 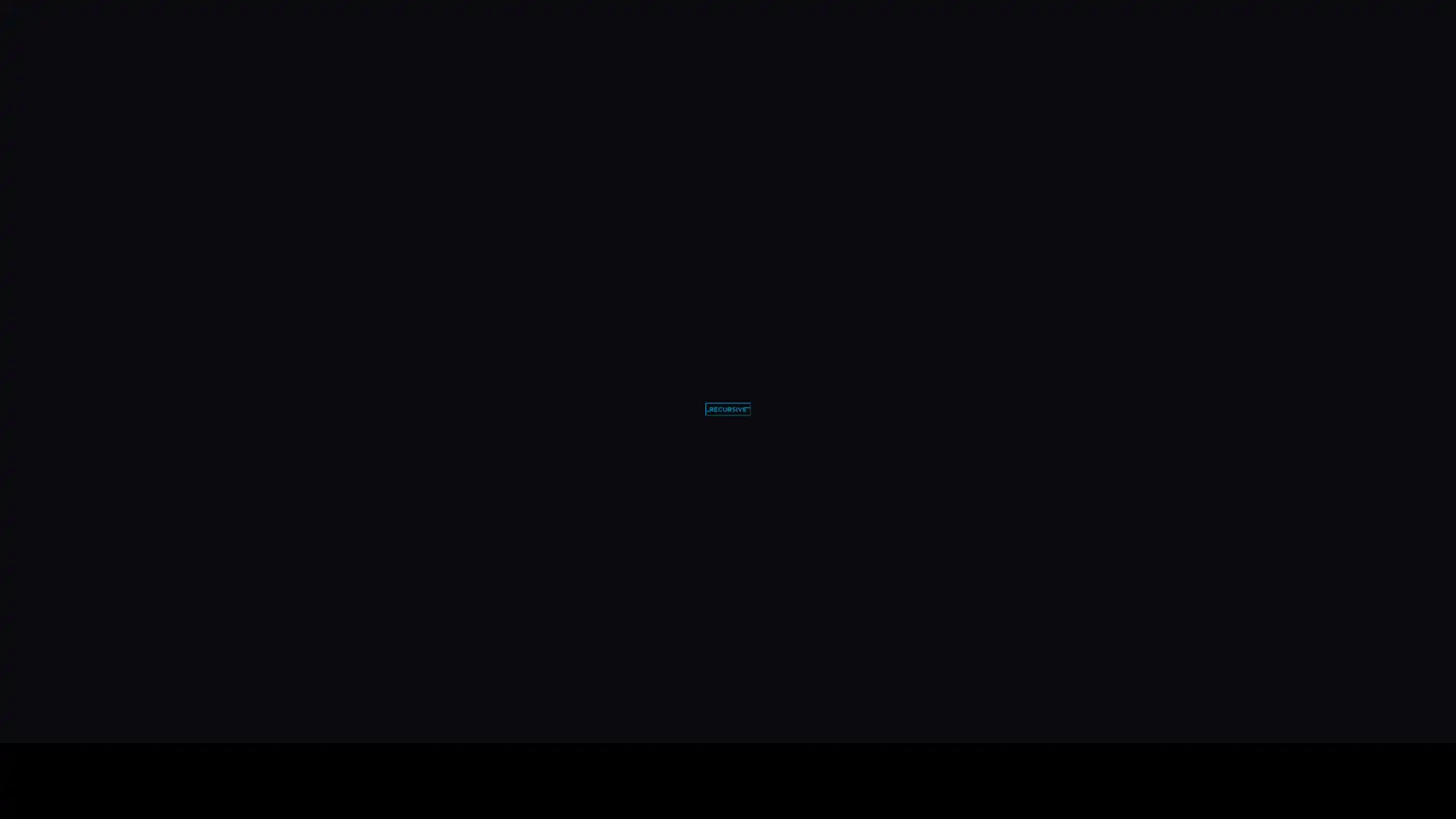 I want to click on enter full screen, so click(x=1371, y=776).